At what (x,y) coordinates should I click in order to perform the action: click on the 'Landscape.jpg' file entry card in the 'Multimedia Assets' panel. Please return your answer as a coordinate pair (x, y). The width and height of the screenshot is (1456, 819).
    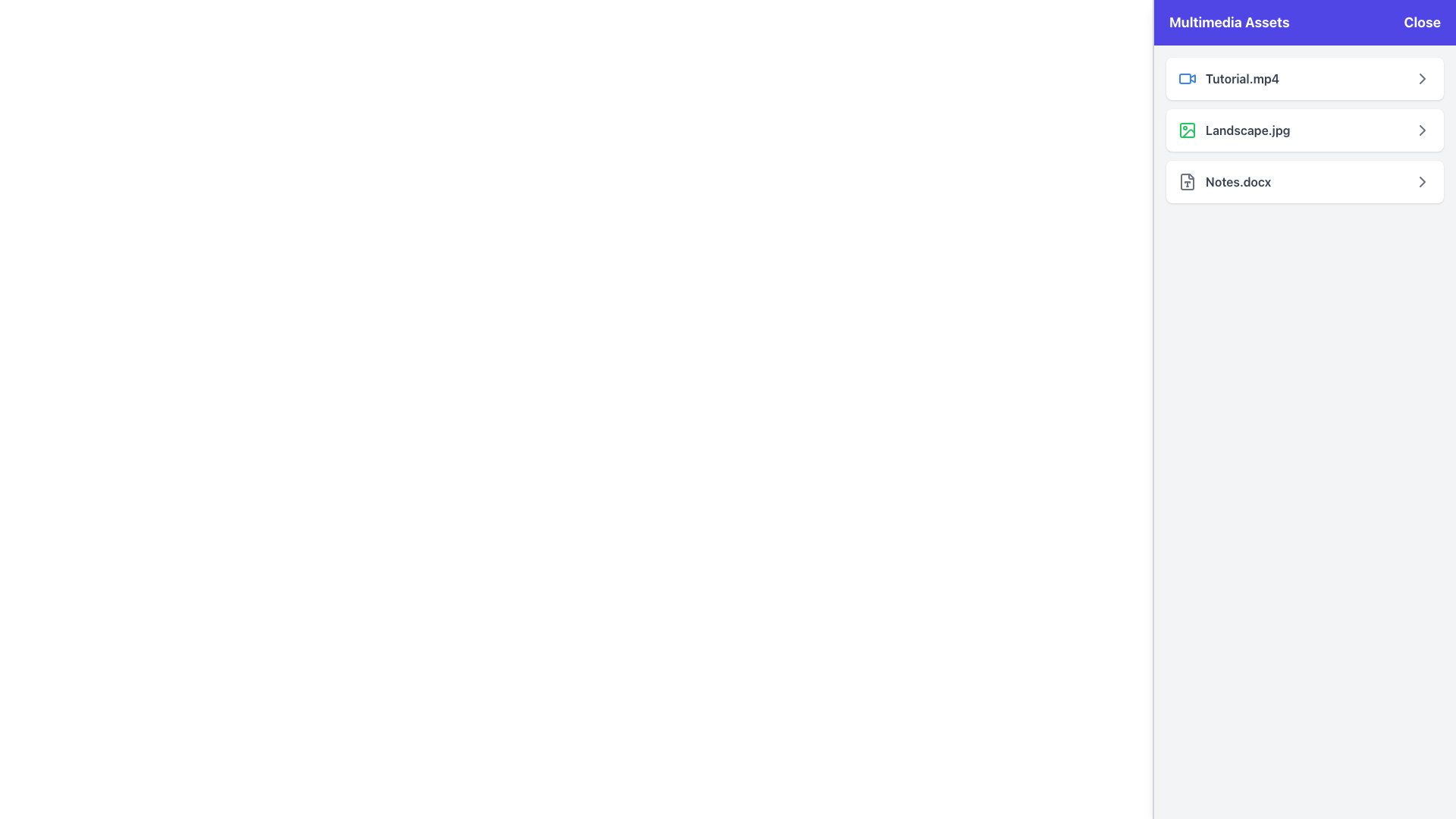
    Looking at the image, I should click on (1304, 130).